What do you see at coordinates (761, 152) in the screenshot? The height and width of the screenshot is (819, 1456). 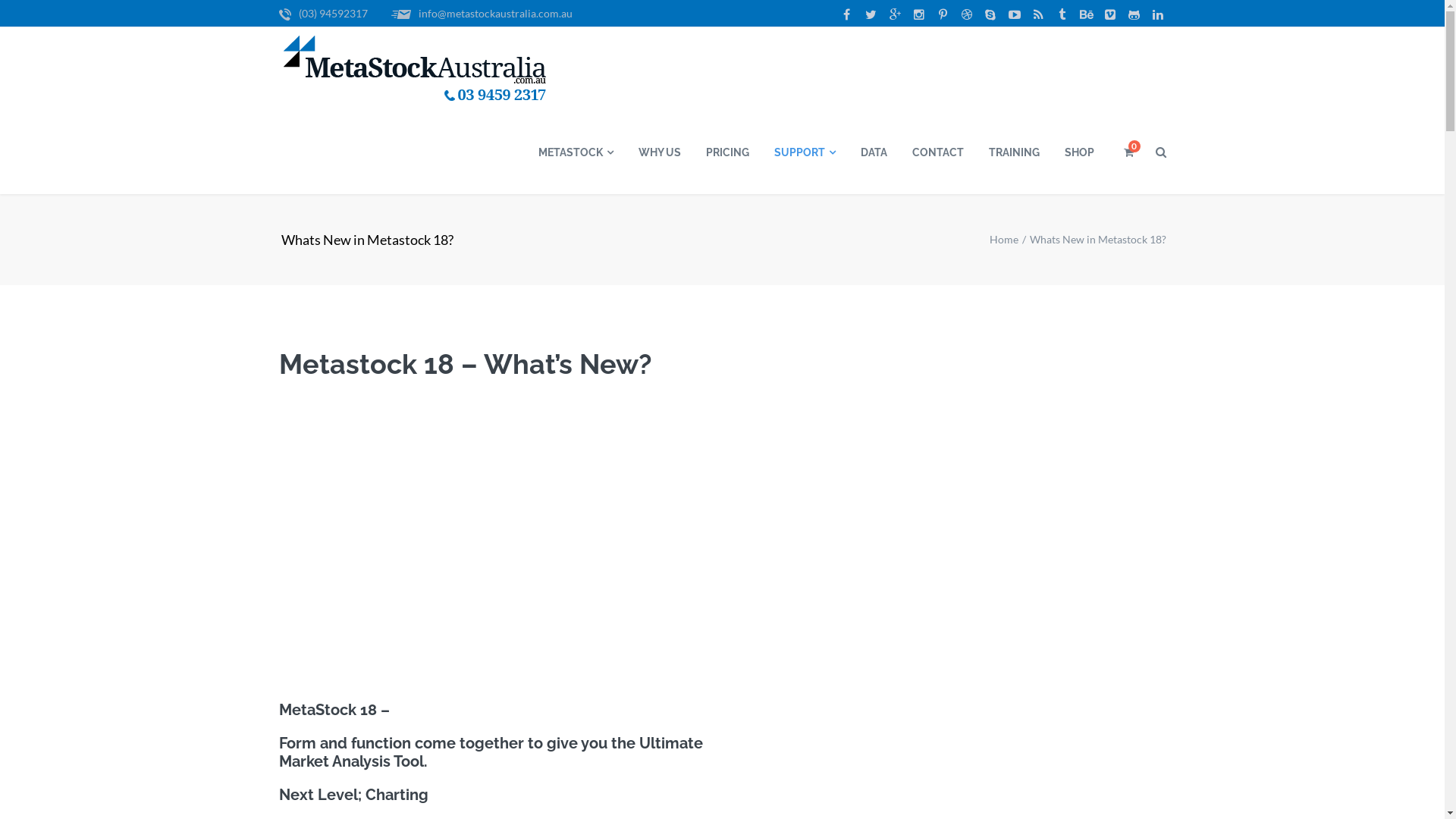 I see `'SUPPORT'` at bounding box center [761, 152].